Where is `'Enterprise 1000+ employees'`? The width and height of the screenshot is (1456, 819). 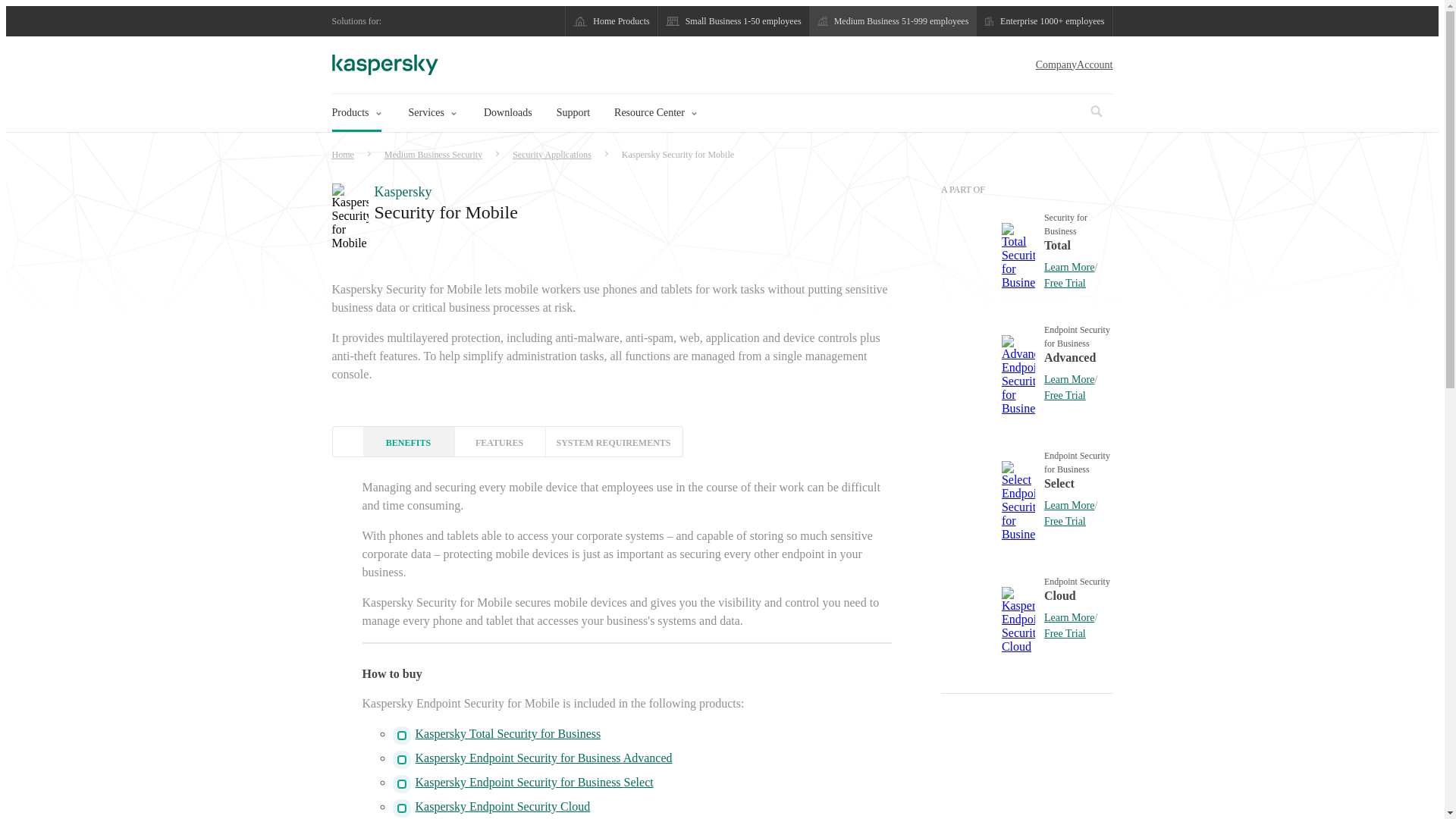 'Enterprise 1000+ employees' is located at coordinates (1043, 20).